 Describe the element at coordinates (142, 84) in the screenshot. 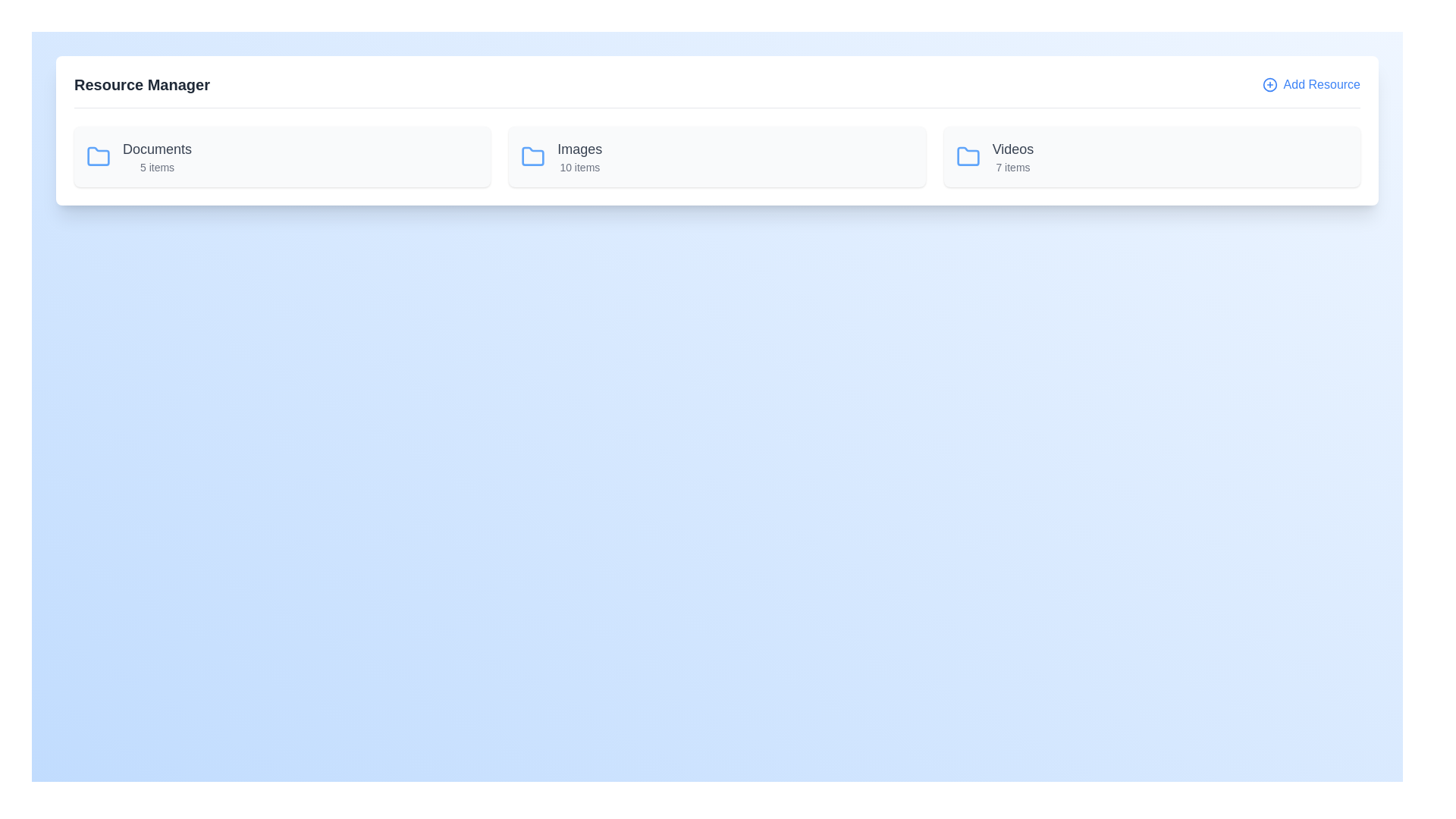

I see `the 'Resource Manager' text label, which is styled with a larger, bold font in dark grey and is located at the top-left section of the interface` at that location.